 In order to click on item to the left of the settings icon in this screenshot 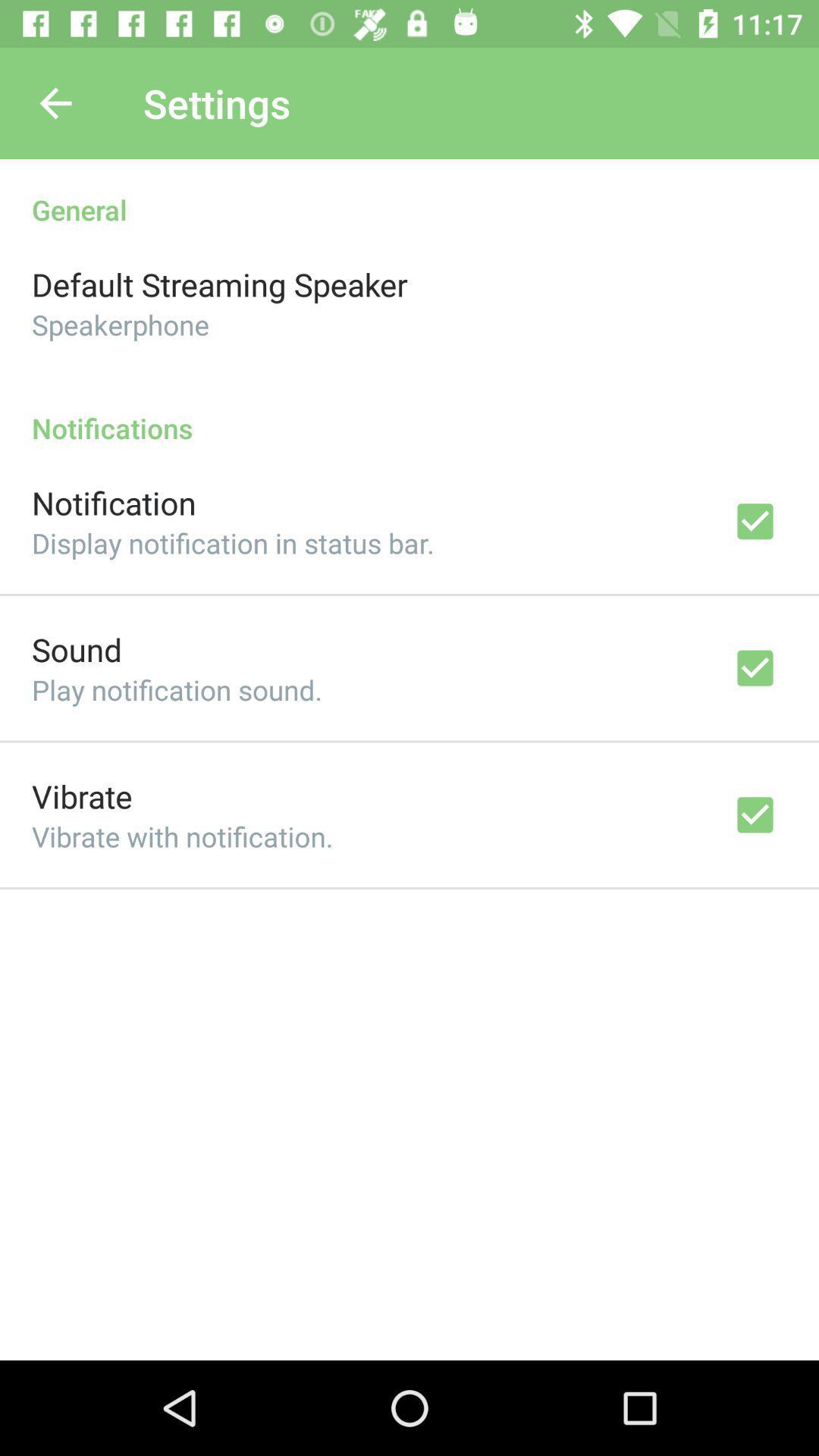, I will do `click(55, 102)`.